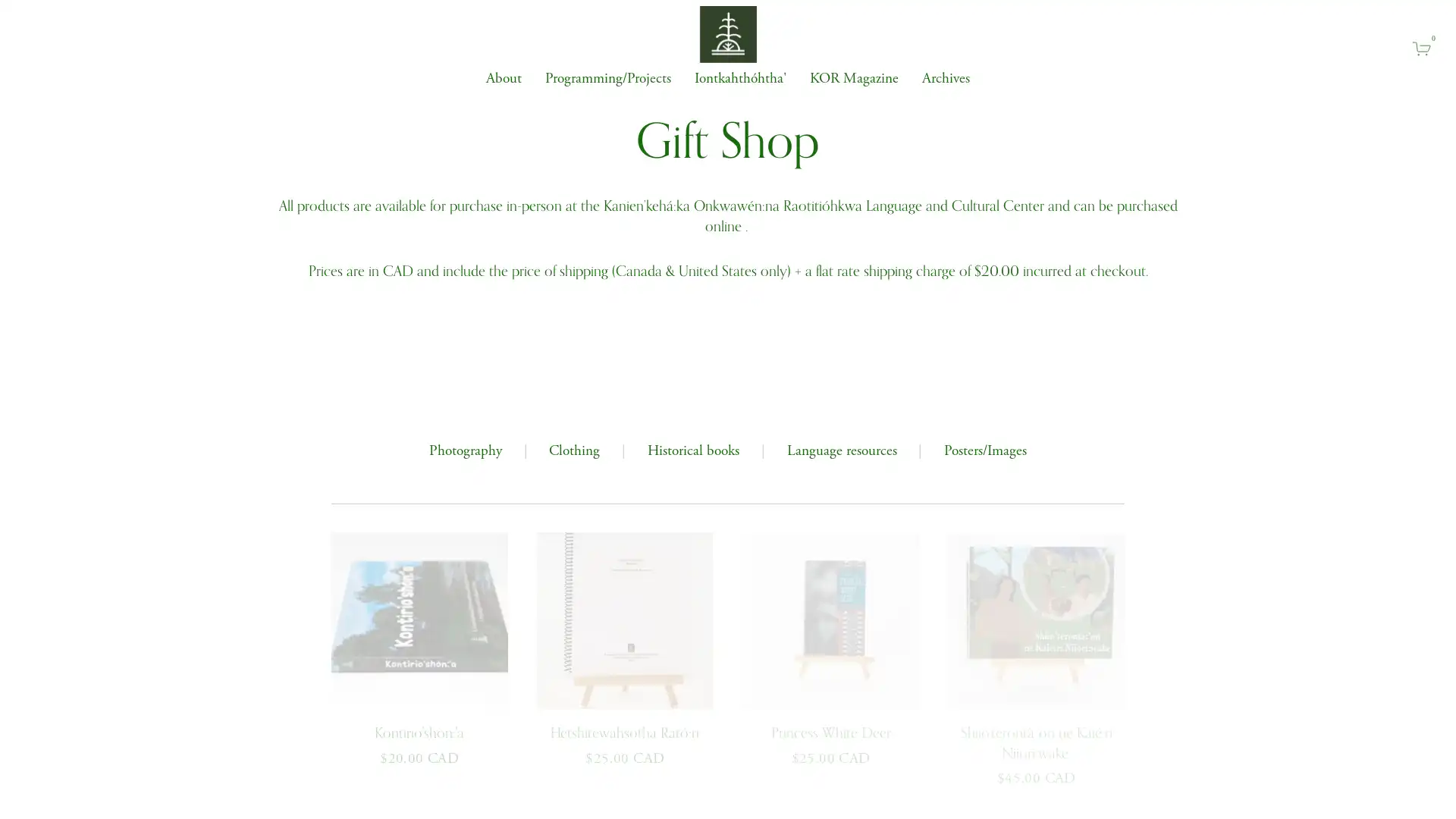  I want to click on QUICK VIEW, so click(625, 637).